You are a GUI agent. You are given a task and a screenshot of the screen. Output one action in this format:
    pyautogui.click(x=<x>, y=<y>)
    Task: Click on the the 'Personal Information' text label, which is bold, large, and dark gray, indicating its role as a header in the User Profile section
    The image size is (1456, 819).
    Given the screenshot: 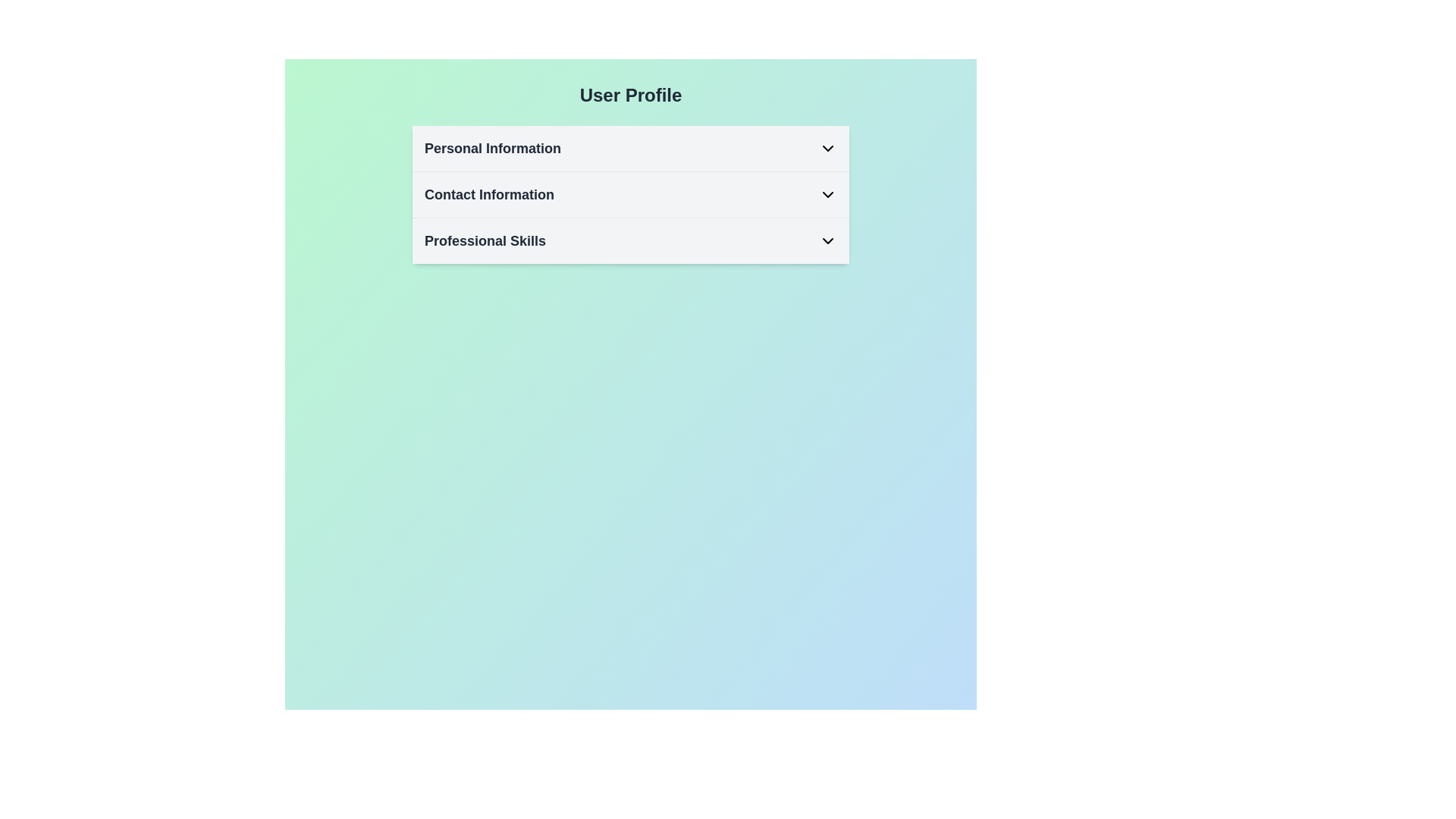 What is the action you would take?
    pyautogui.click(x=493, y=149)
    